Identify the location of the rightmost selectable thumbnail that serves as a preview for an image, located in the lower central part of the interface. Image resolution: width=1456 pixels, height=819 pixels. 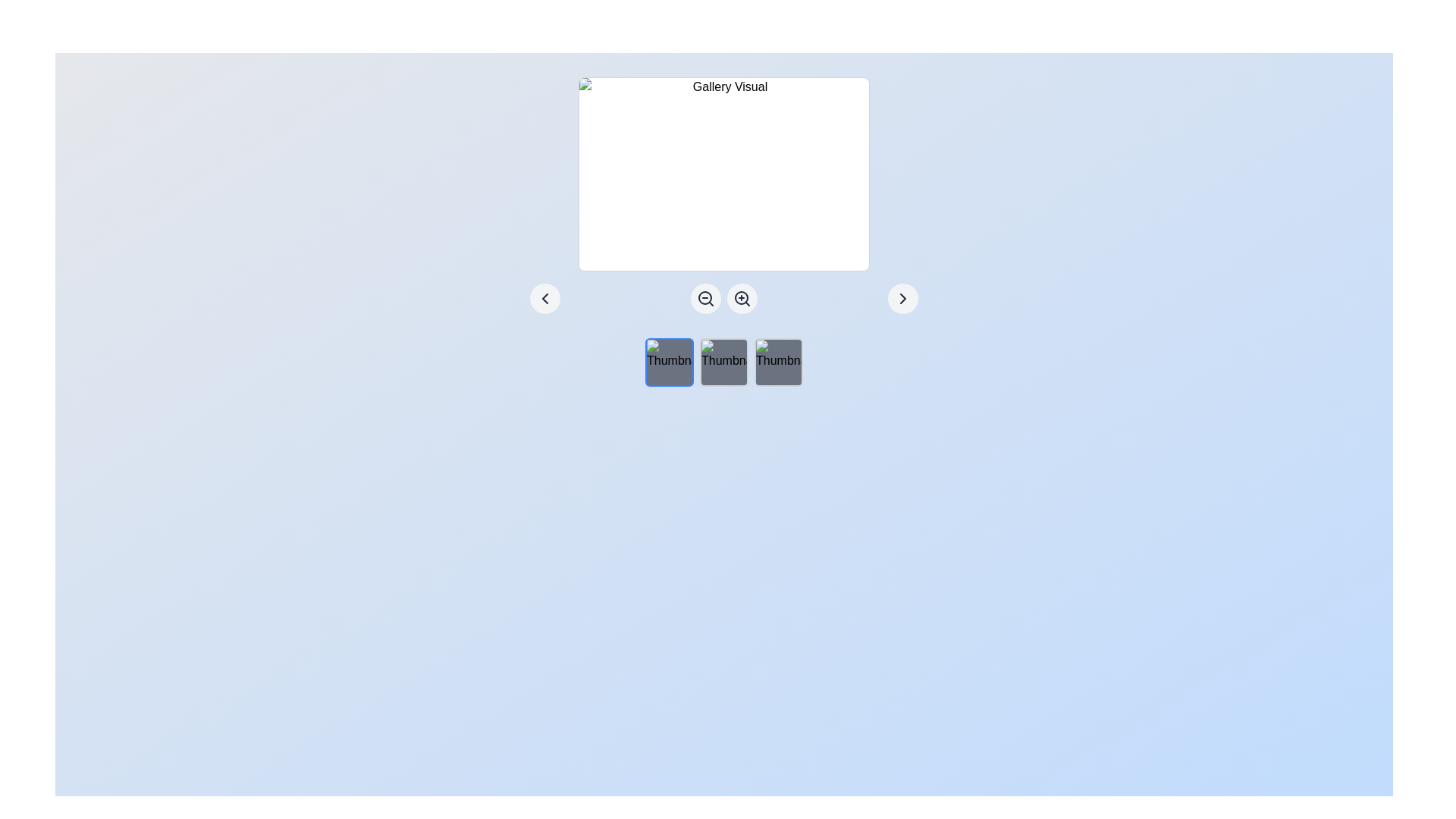
(779, 362).